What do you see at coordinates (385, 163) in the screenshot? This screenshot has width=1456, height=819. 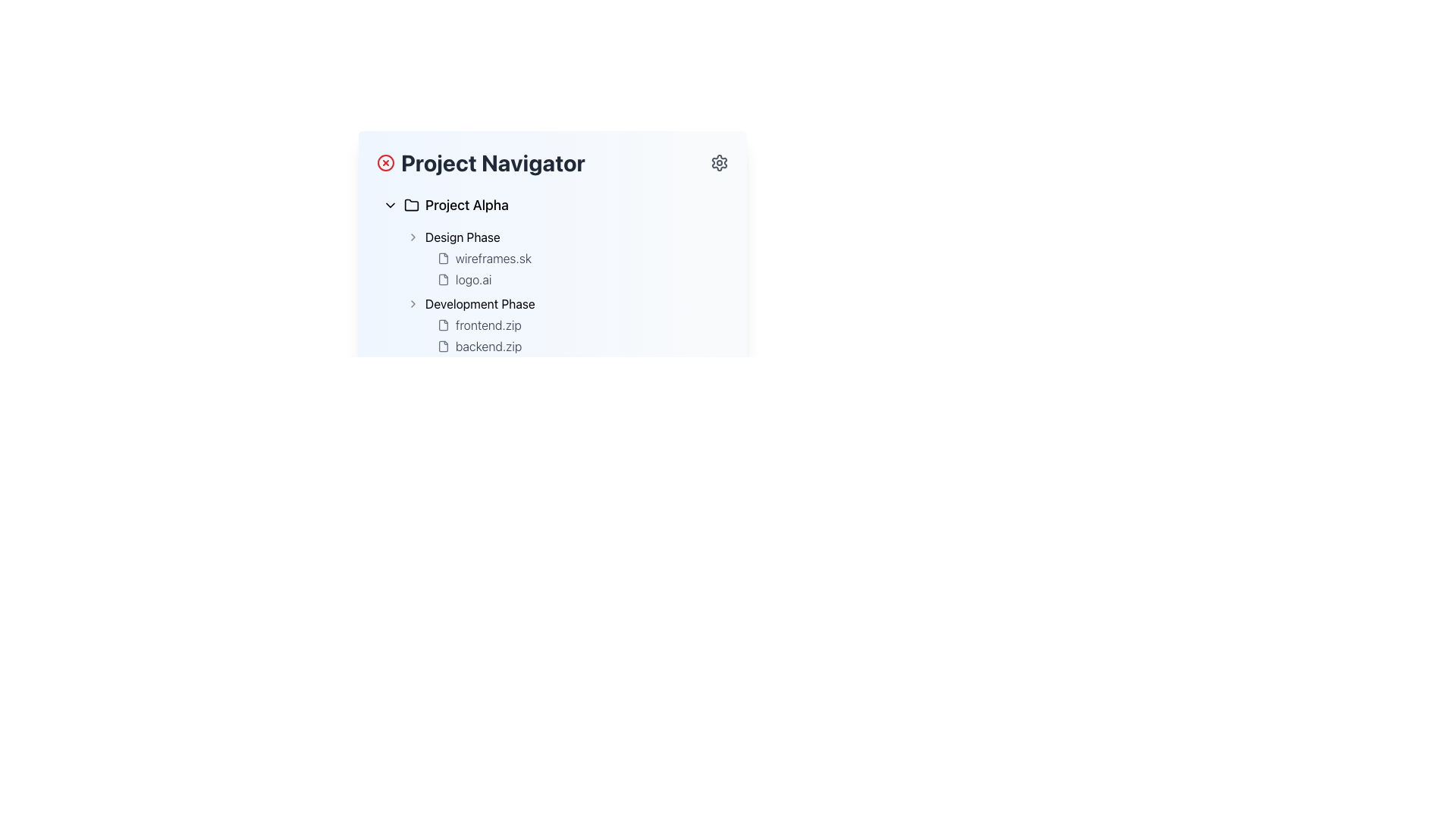 I see `the circular SVG element with a red border located at the top-left of the interface next to the 'Project Navigator' title` at bounding box center [385, 163].